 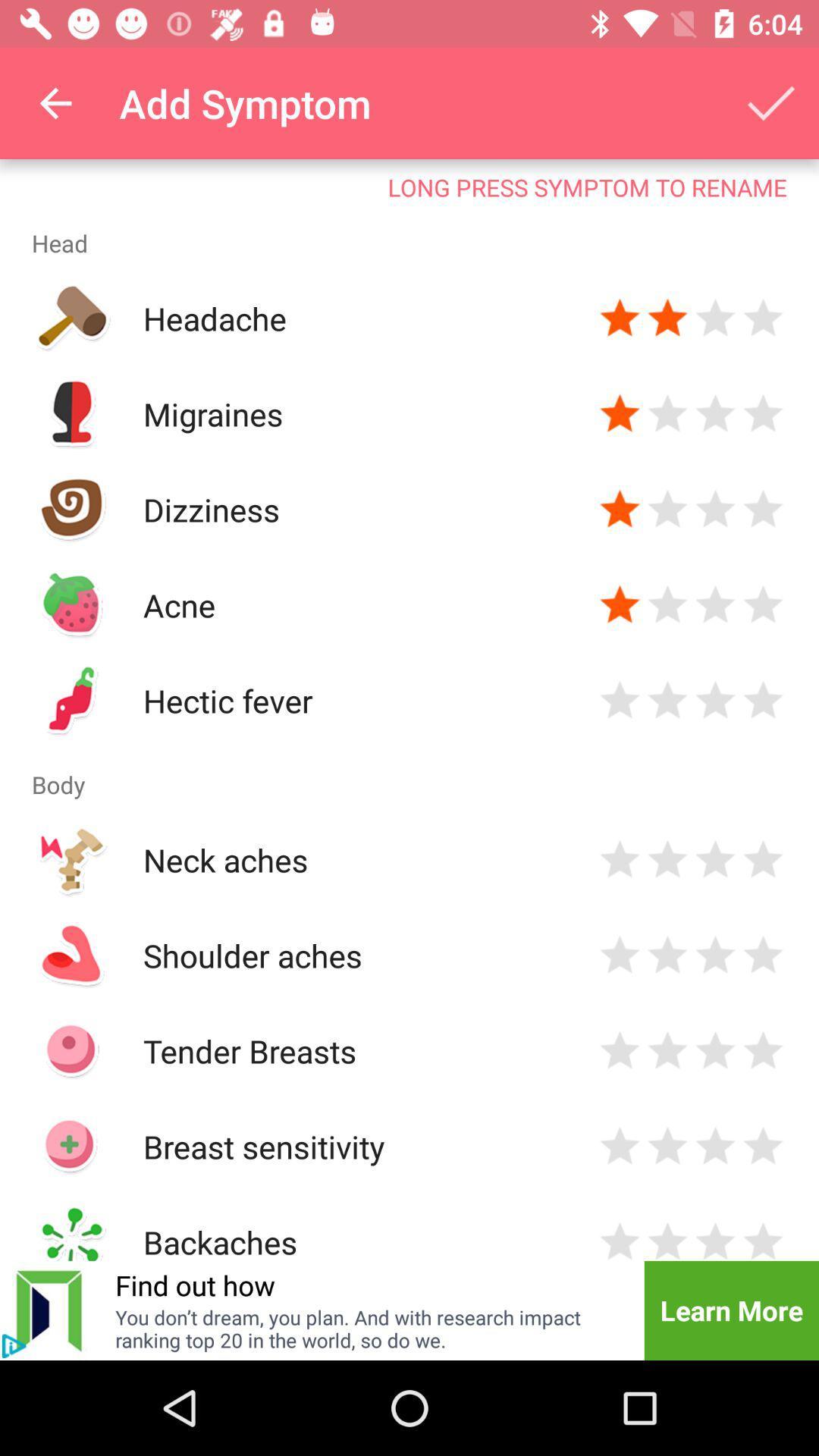 I want to click on ratings, so click(x=763, y=414).